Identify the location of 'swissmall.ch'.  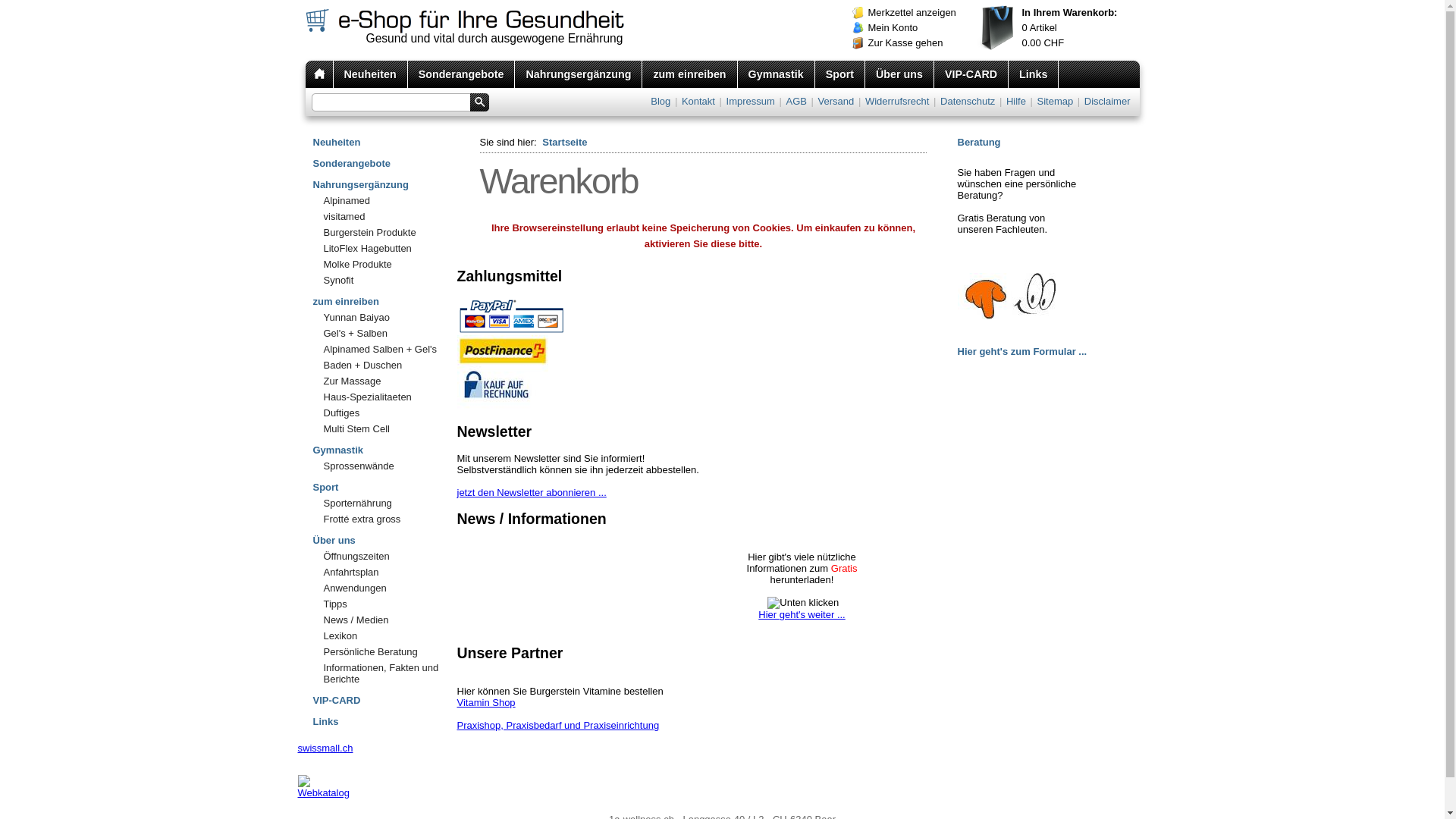
(324, 747).